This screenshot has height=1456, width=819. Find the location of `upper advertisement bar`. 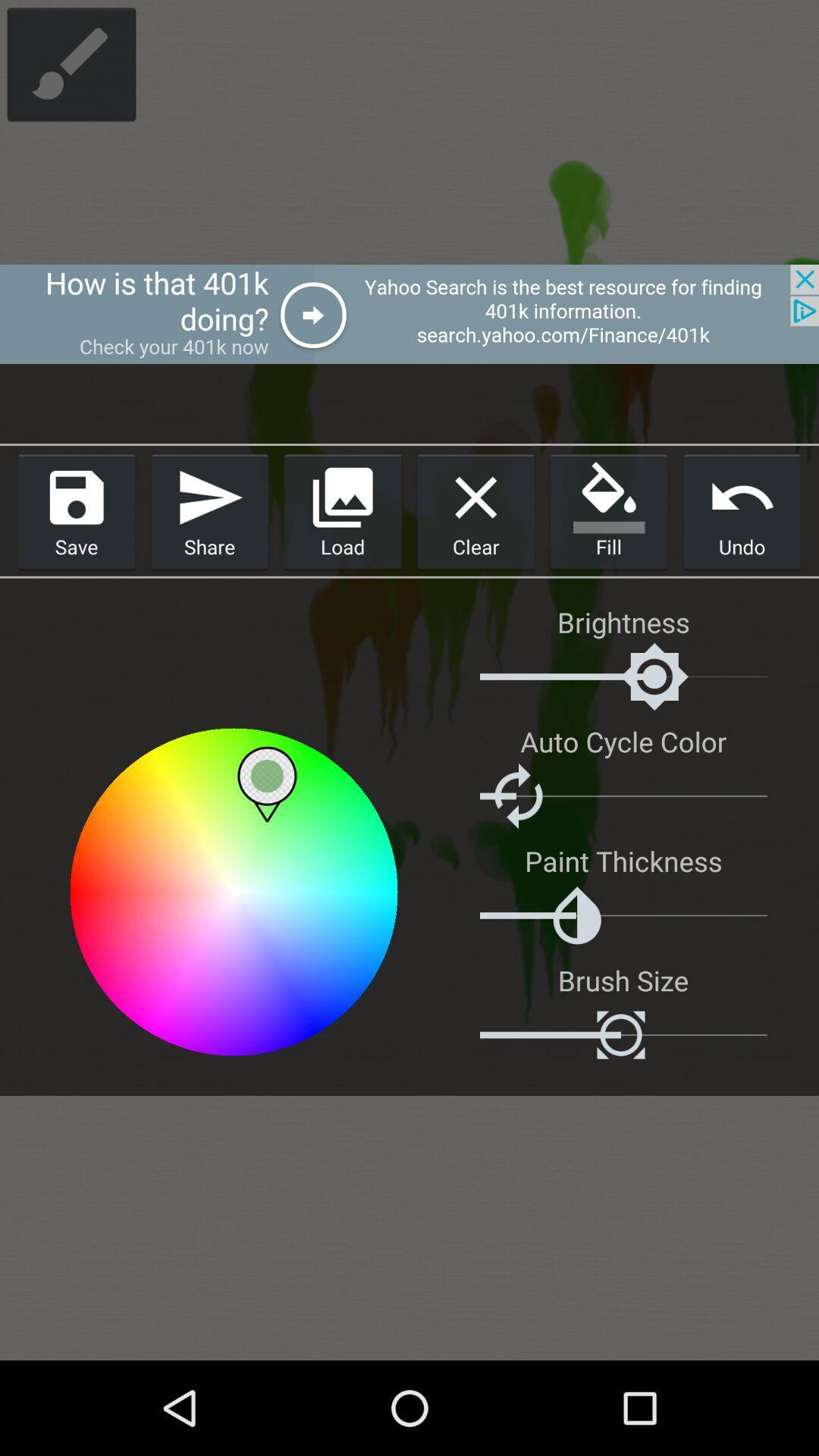

upper advertisement bar is located at coordinates (409, 313).